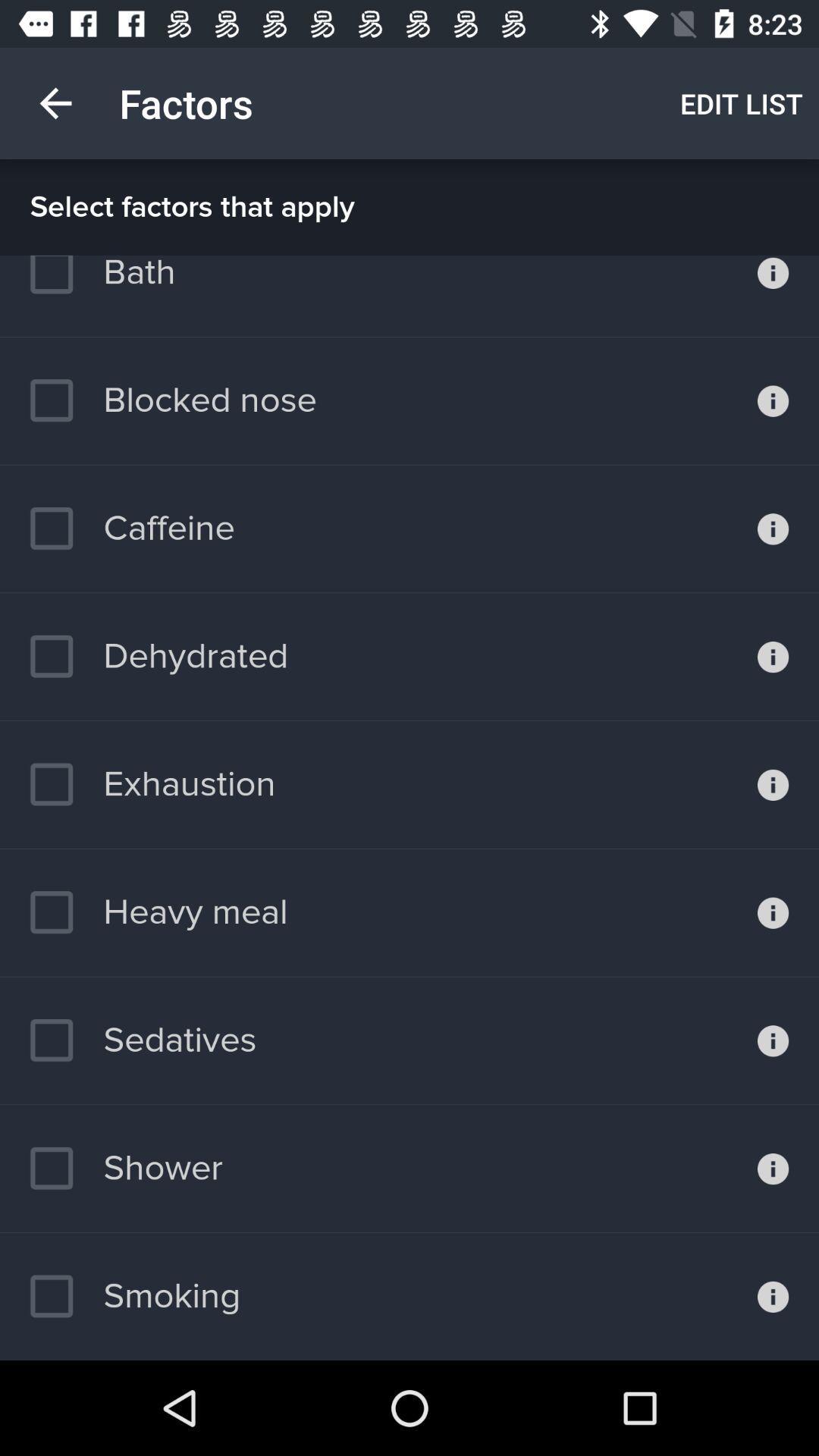 Image resolution: width=819 pixels, height=1456 pixels. Describe the element at coordinates (143, 1040) in the screenshot. I see `the sedatives item` at that location.